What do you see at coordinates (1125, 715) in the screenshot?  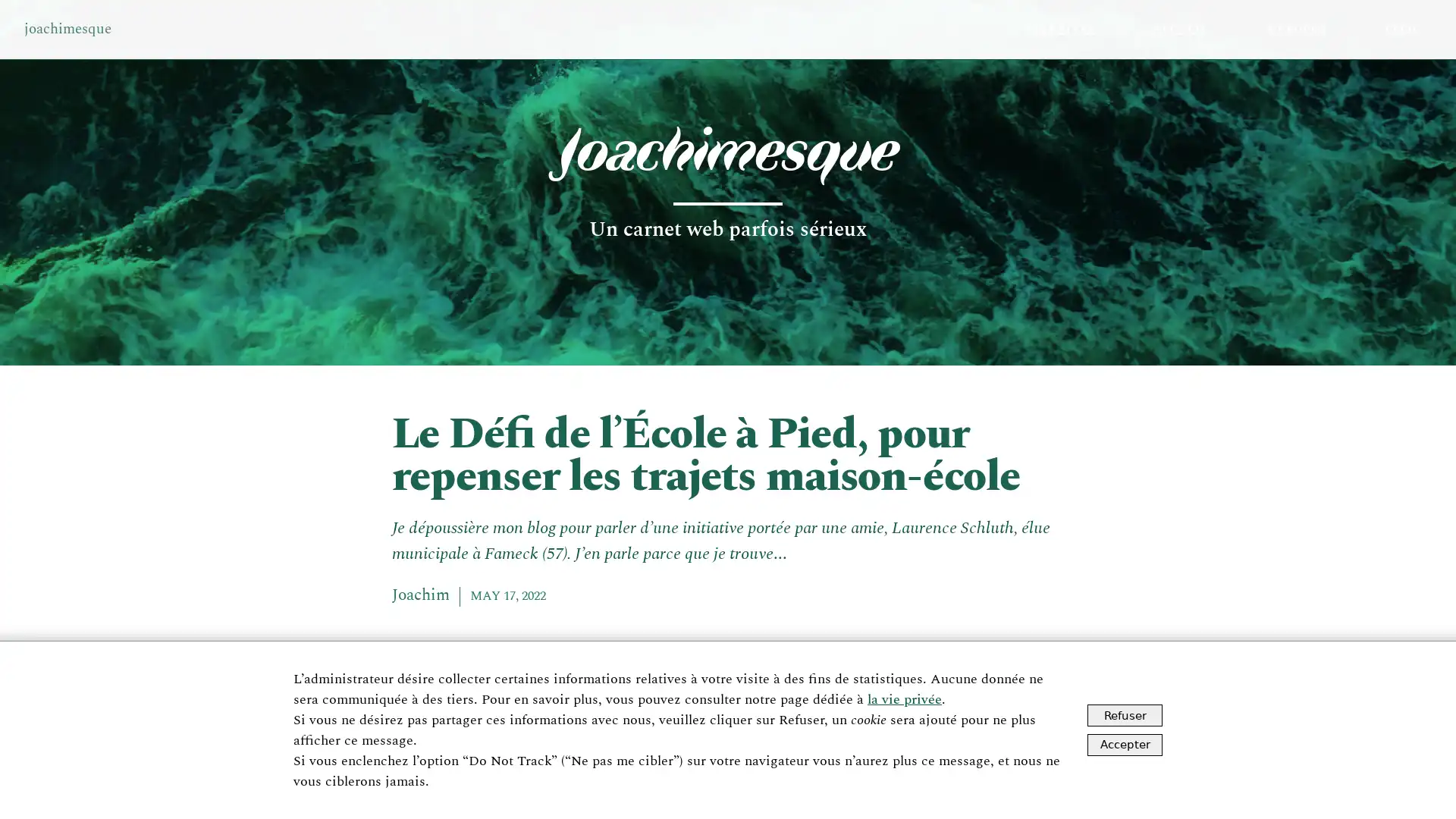 I see `Refuser` at bounding box center [1125, 715].